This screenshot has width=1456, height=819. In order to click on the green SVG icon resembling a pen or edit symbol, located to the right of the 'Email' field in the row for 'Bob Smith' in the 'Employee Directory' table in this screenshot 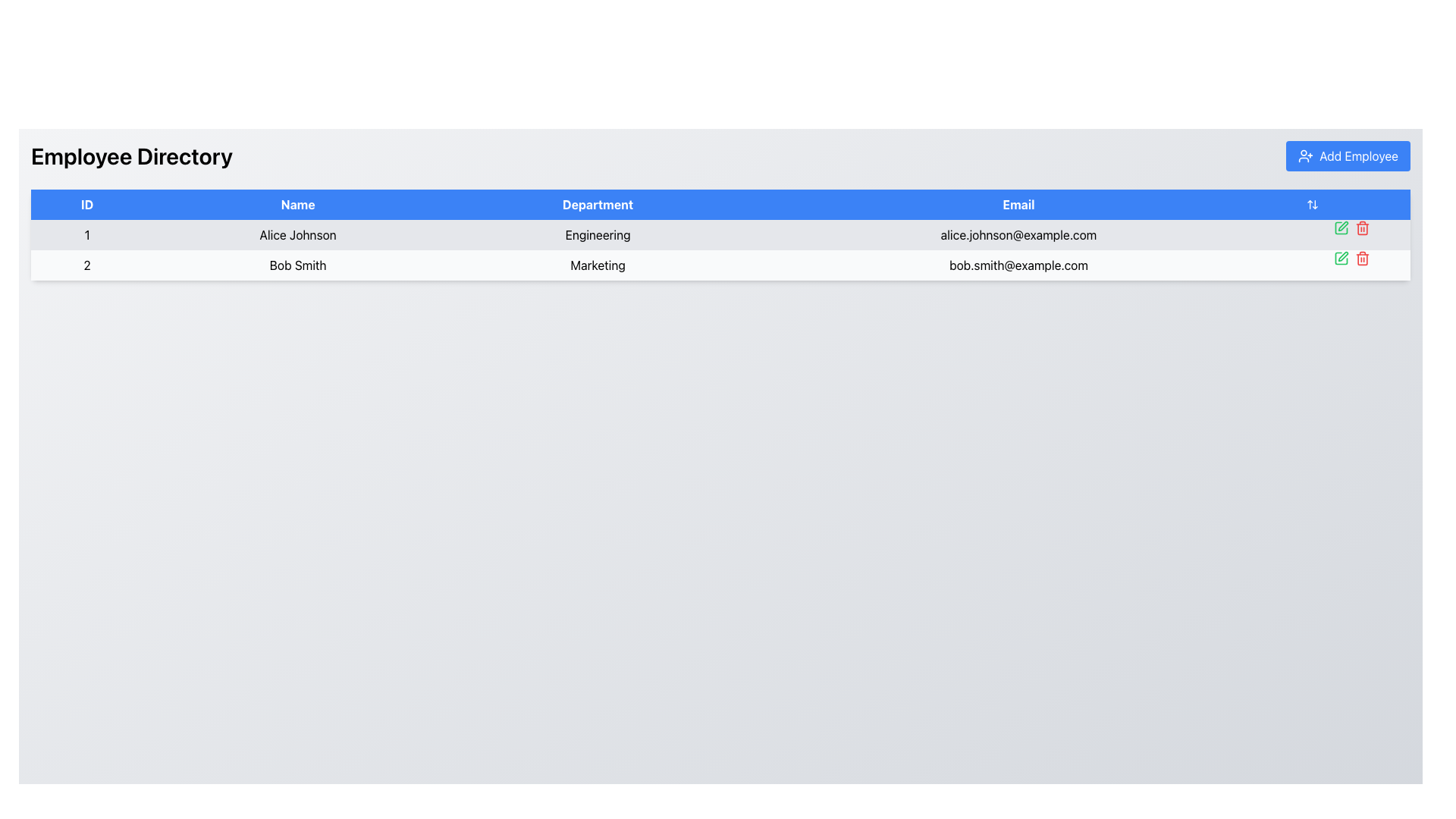, I will do `click(1343, 226)`.